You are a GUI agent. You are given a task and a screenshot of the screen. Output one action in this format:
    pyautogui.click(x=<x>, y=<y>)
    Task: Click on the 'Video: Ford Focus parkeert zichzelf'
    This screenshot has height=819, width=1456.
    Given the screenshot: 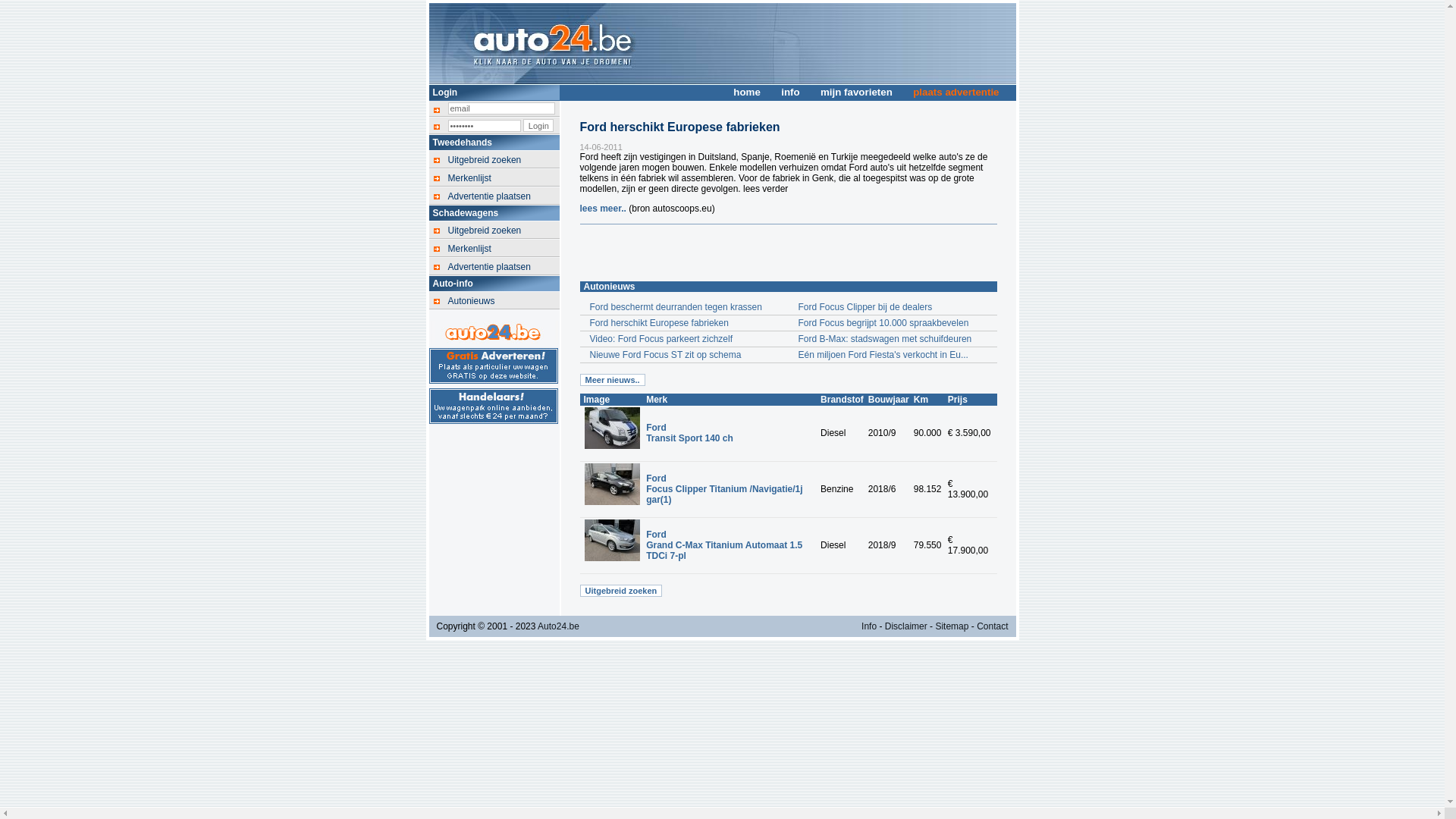 What is the action you would take?
    pyautogui.click(x=682, y=338)
    